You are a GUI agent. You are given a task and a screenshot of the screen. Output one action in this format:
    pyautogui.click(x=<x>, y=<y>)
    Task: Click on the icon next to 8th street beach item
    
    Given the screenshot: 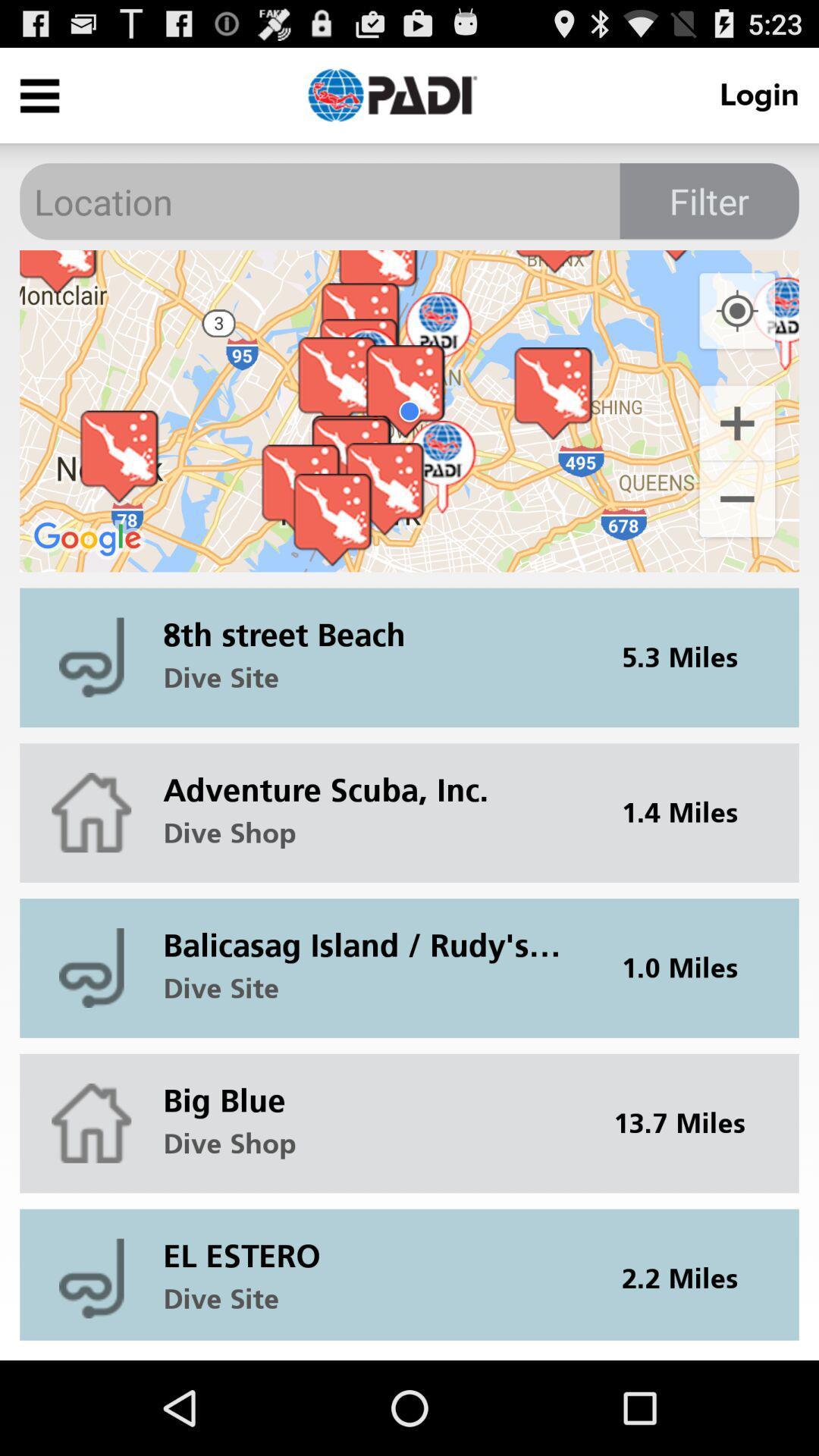 What is the action you would take?
    pyautogui.click(x=689, y=657)
    